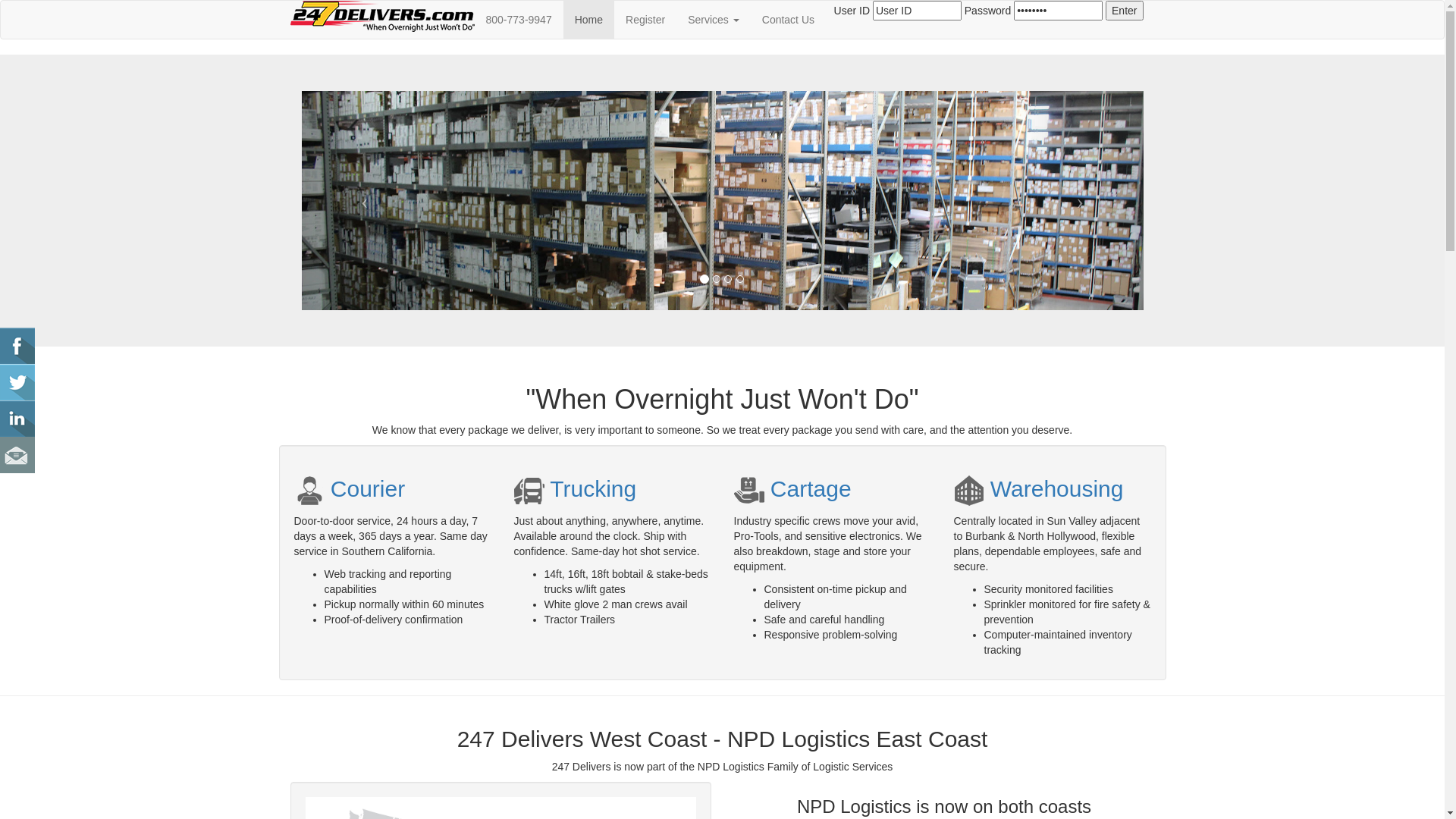  Describe the element at coordinates (519, 20) in the screenshot. I see `'800-773-9947'` at that location.